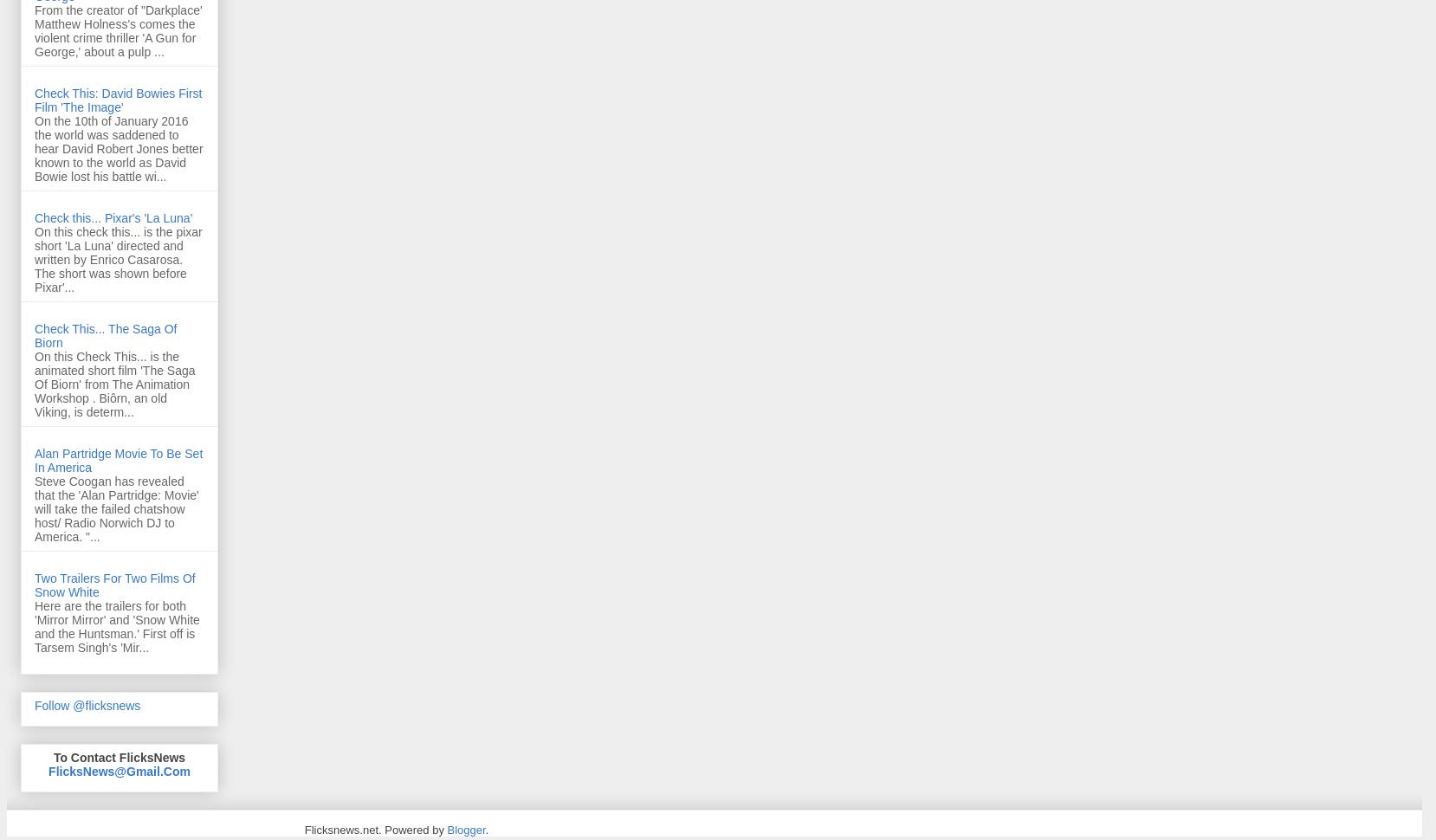  I want to click on 'On this Check This... is the animated short film 'The Saga Of Biorn' from The Animation Workshop .   Biôrn, an old Viking, is determ...', so click(33, 382).